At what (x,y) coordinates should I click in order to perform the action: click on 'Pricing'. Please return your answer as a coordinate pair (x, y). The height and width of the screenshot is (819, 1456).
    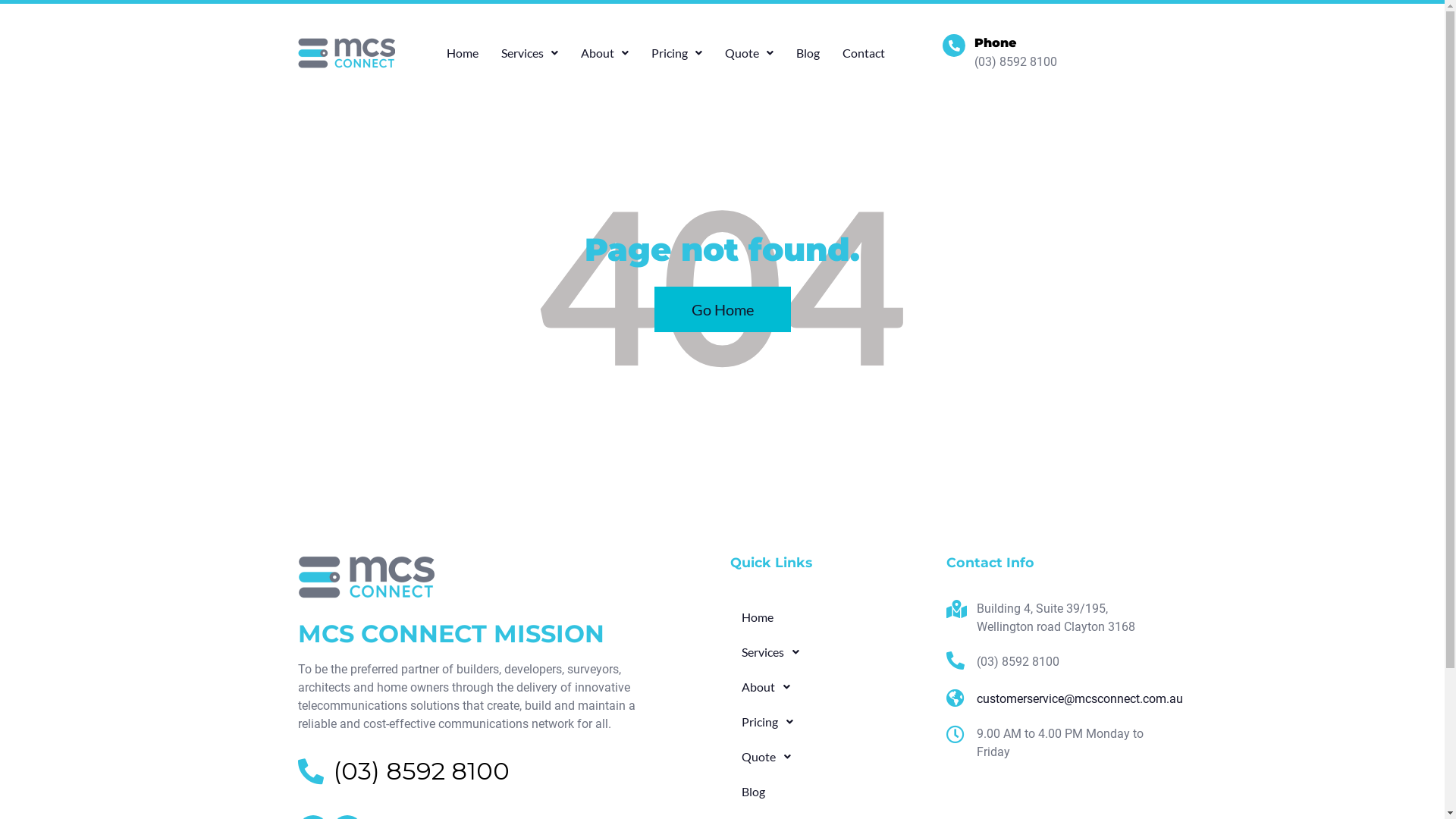
    Looking at the image, I should click on (729, 721).